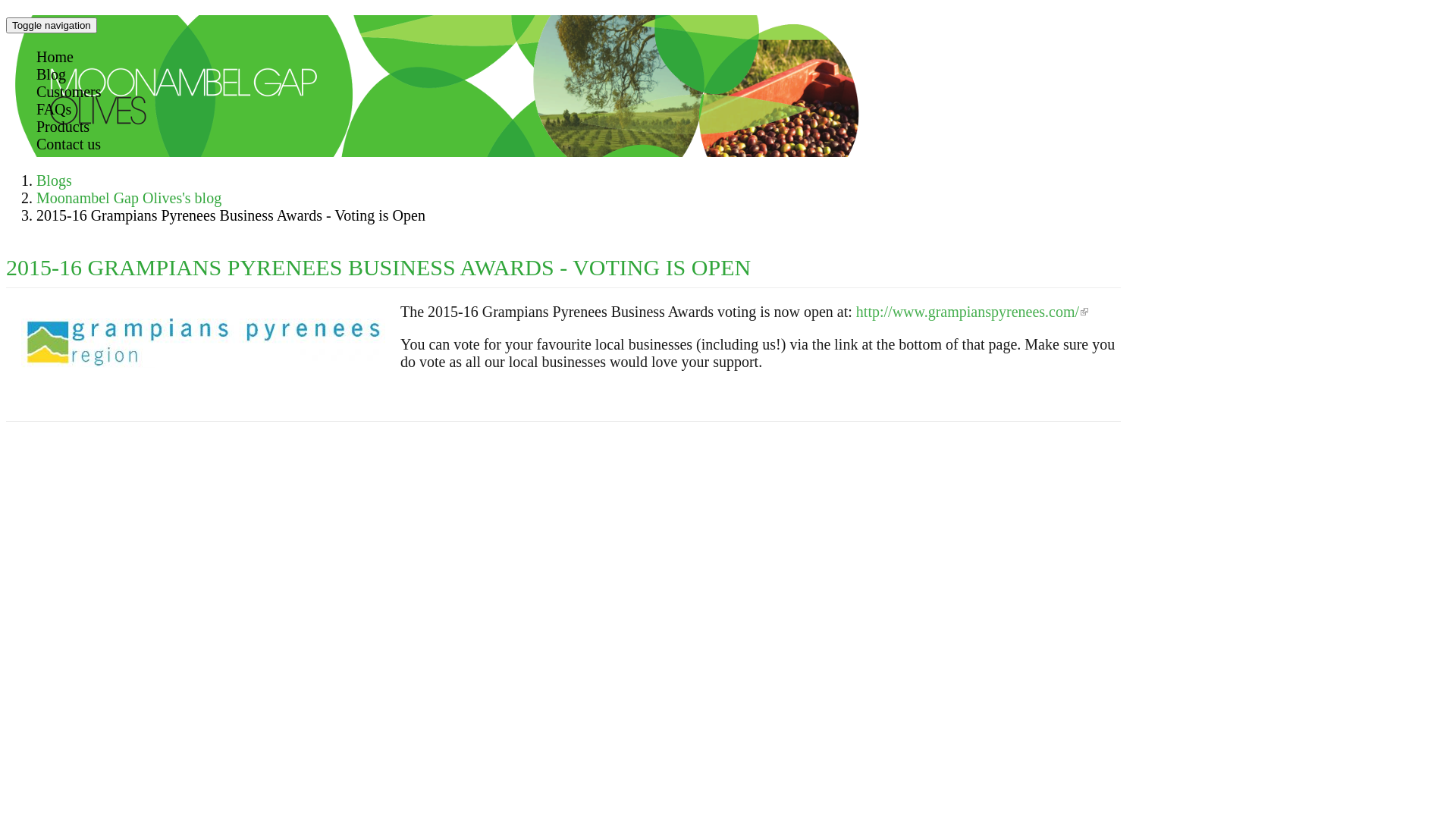 The height and width of the screenshot is (819, 1456). Describe the element at coordinates (51, 74) in the screenshot. I see `'Blog'` at that location.